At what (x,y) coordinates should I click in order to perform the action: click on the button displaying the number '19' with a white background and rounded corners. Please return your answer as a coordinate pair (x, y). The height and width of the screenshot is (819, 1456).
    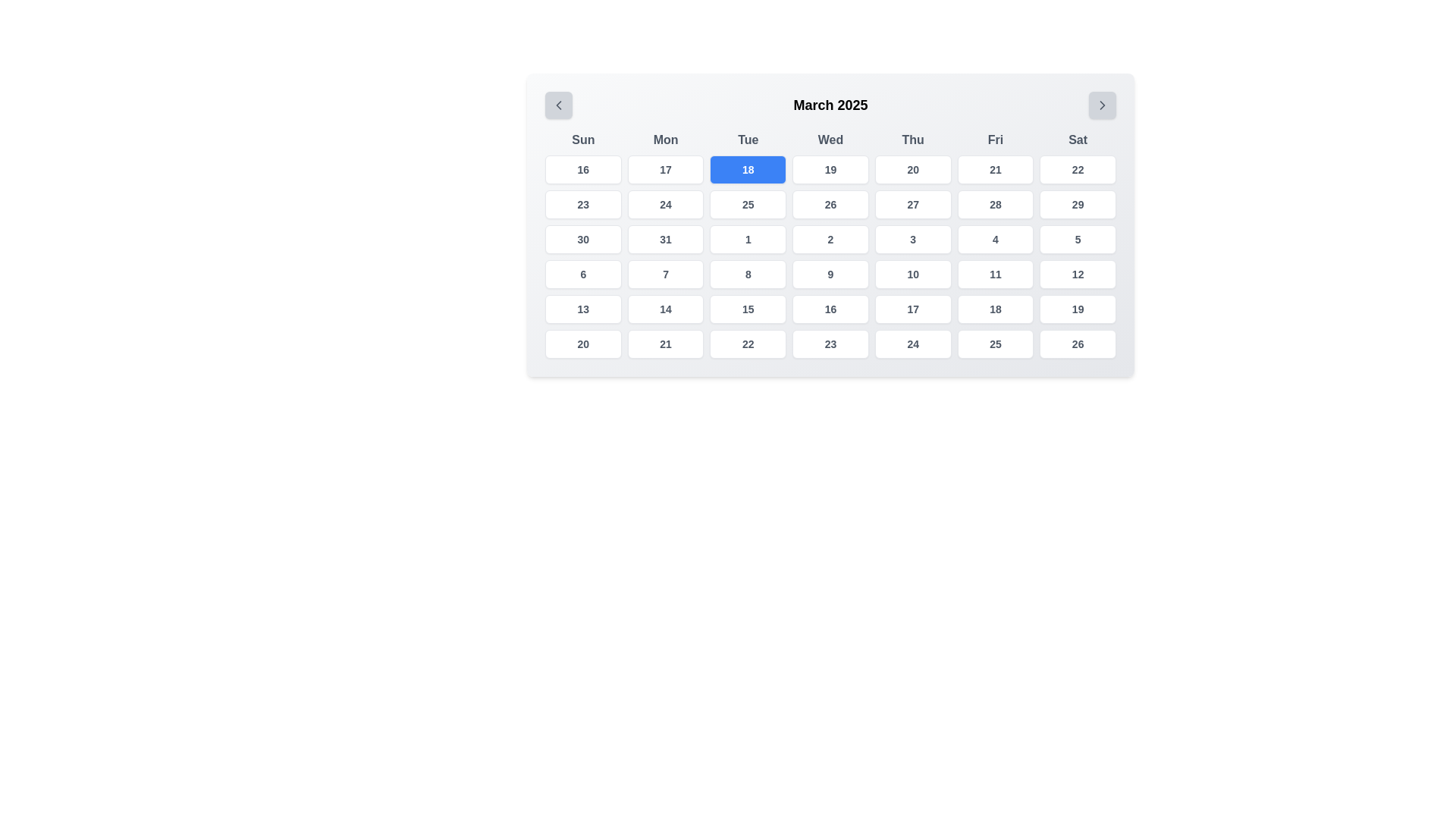
    Looking at the image, I should click on (1077, 309).